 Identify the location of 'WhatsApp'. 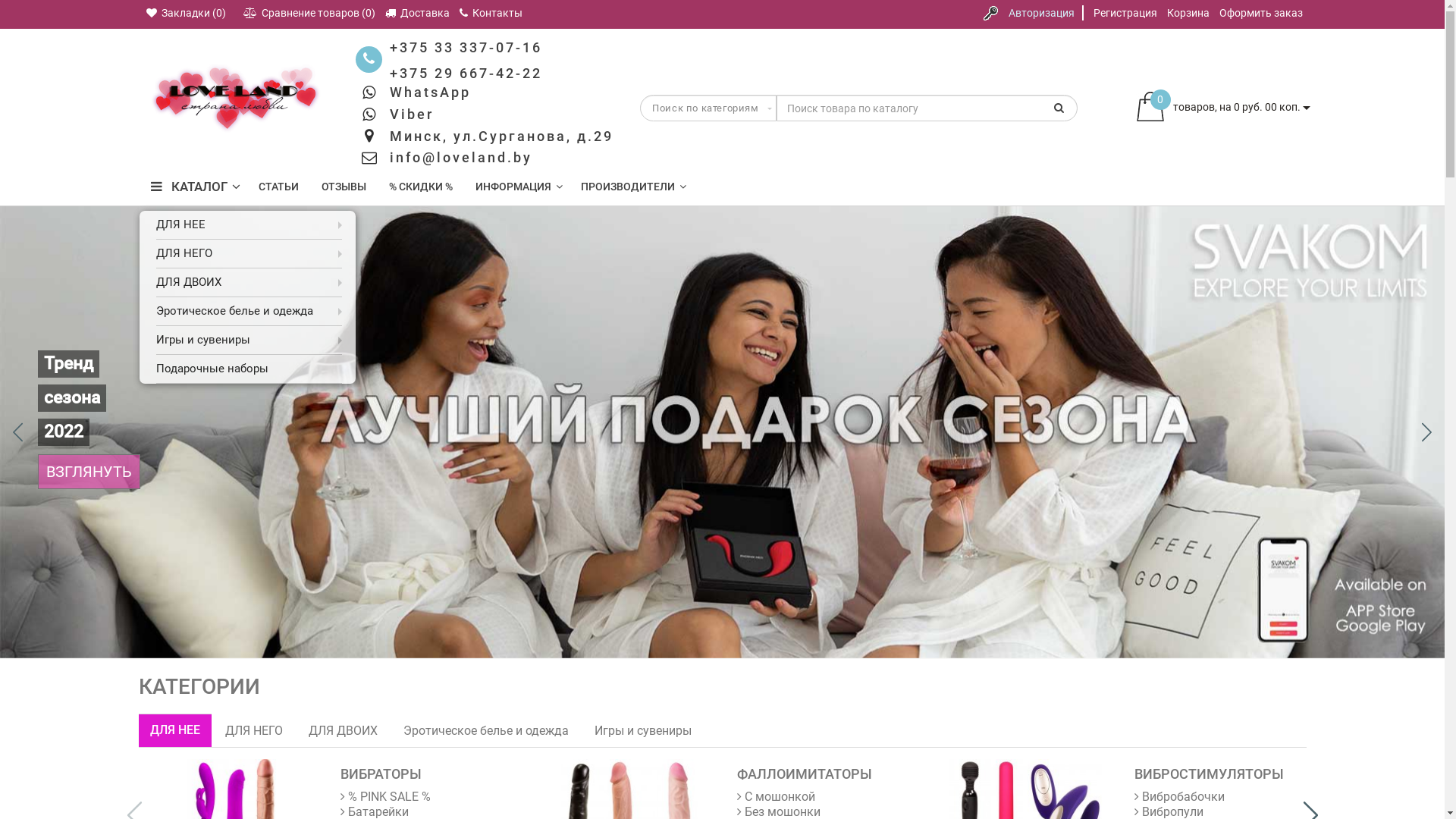
(429, 92).